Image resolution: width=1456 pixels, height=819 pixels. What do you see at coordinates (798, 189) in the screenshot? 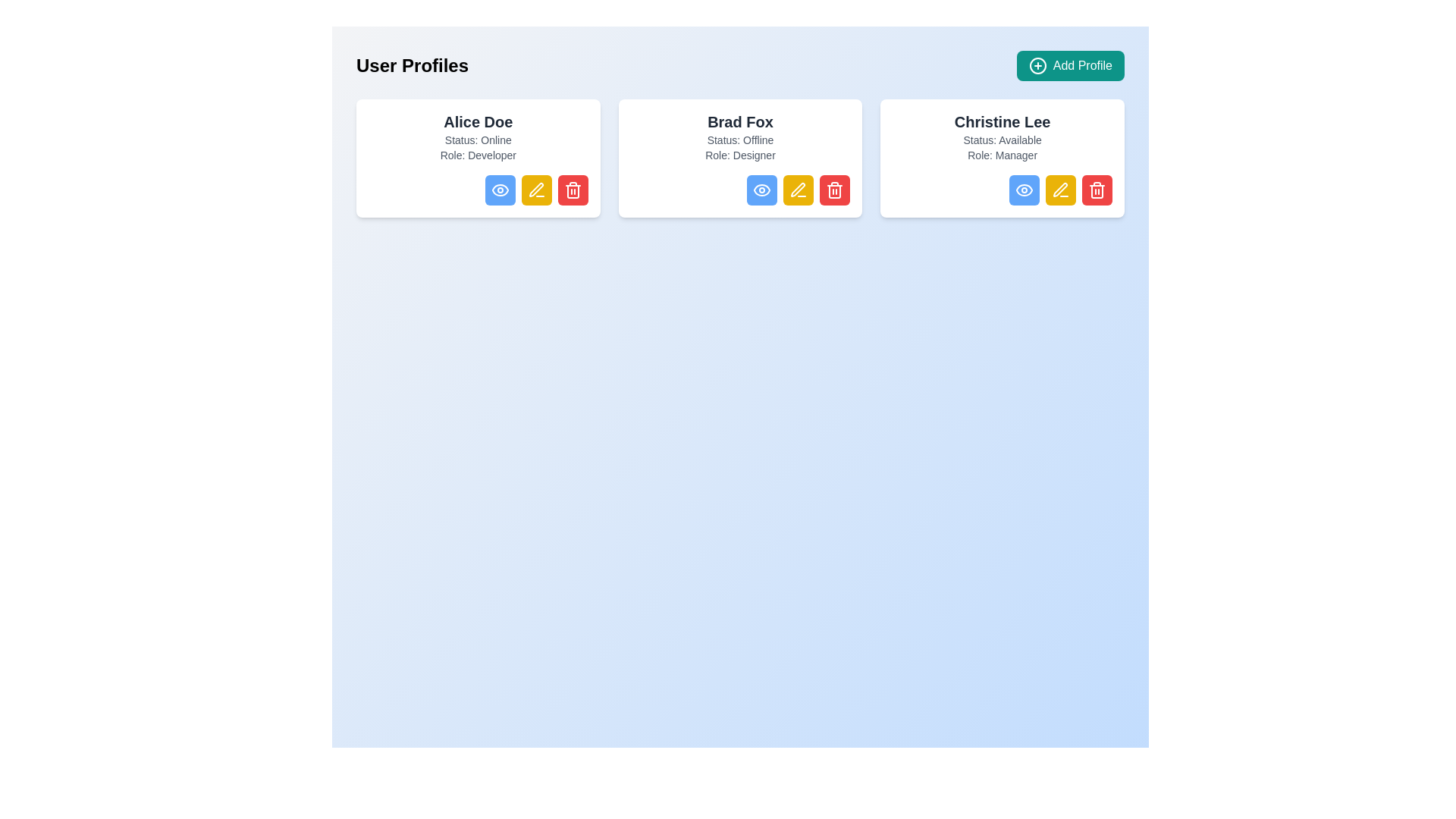
I see `the icon button resembling a pen with a yellow background, positioned below the user 'Brad Fox'` at bounding box center [798, 189].